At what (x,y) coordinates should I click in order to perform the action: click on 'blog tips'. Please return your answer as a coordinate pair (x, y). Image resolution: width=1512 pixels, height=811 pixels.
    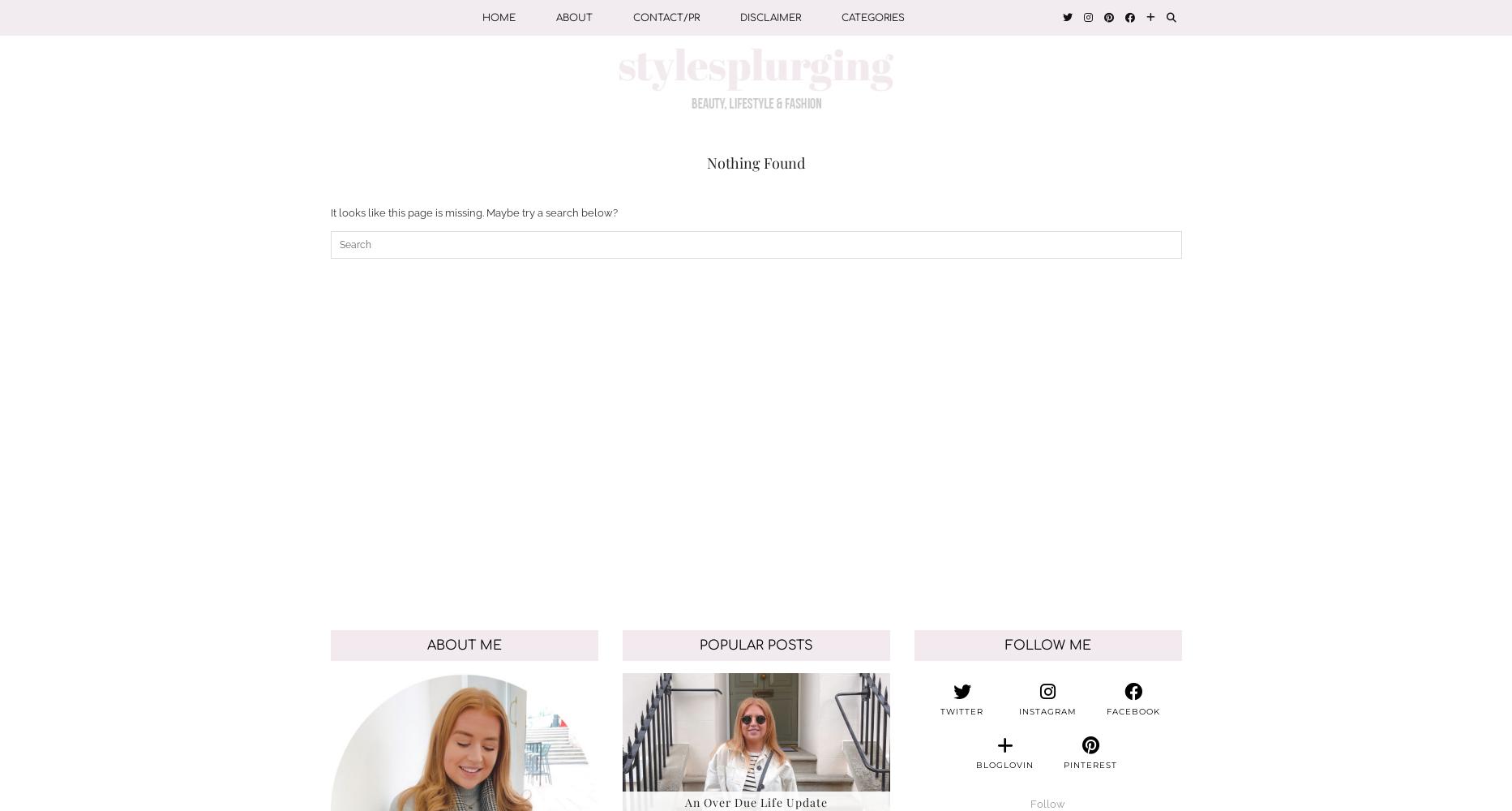
    Looking at the image, I should click on (867, 220).